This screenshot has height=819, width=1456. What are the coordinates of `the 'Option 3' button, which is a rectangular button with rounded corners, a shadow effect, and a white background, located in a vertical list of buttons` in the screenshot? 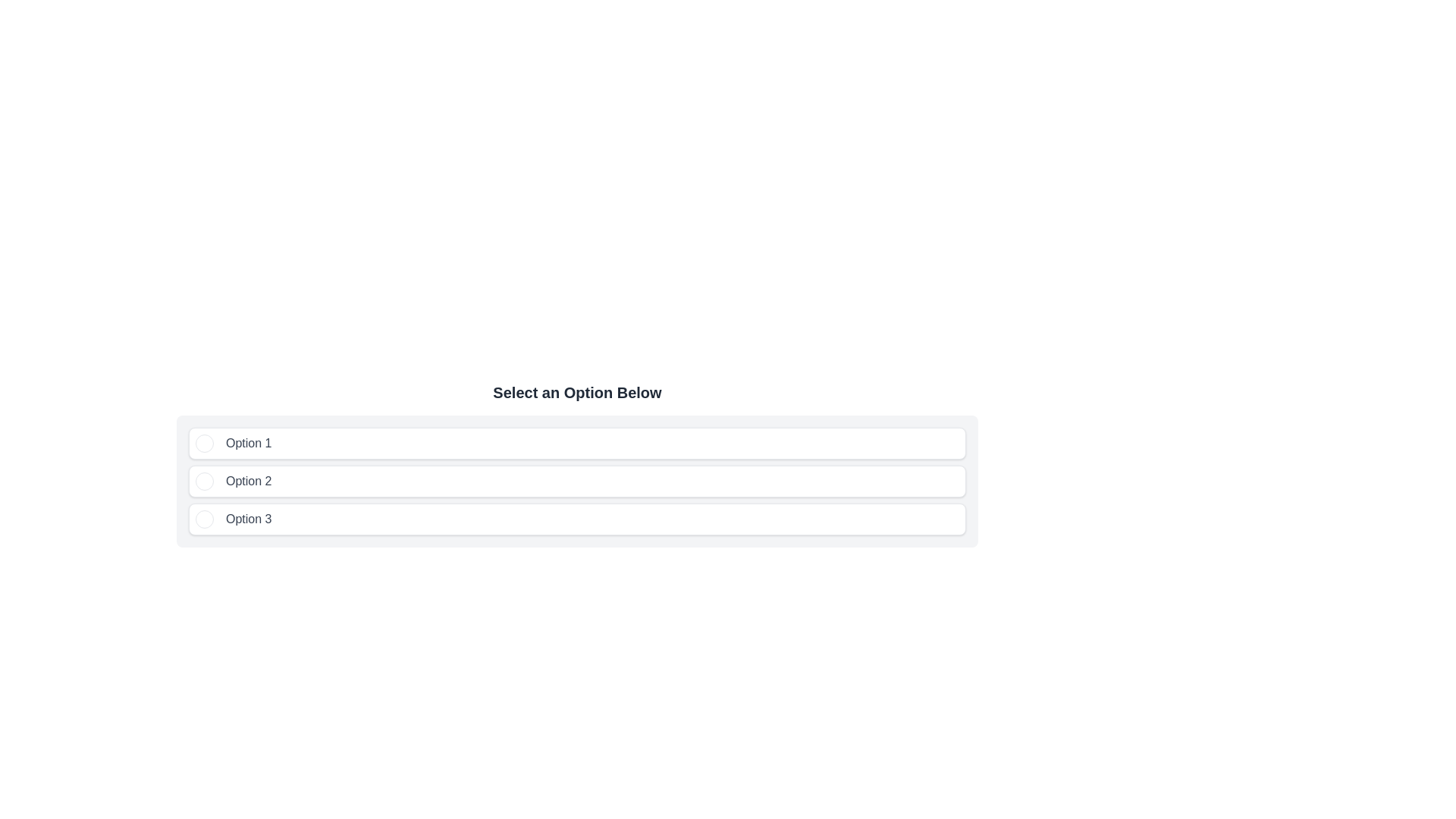 It's located at (576, 519).